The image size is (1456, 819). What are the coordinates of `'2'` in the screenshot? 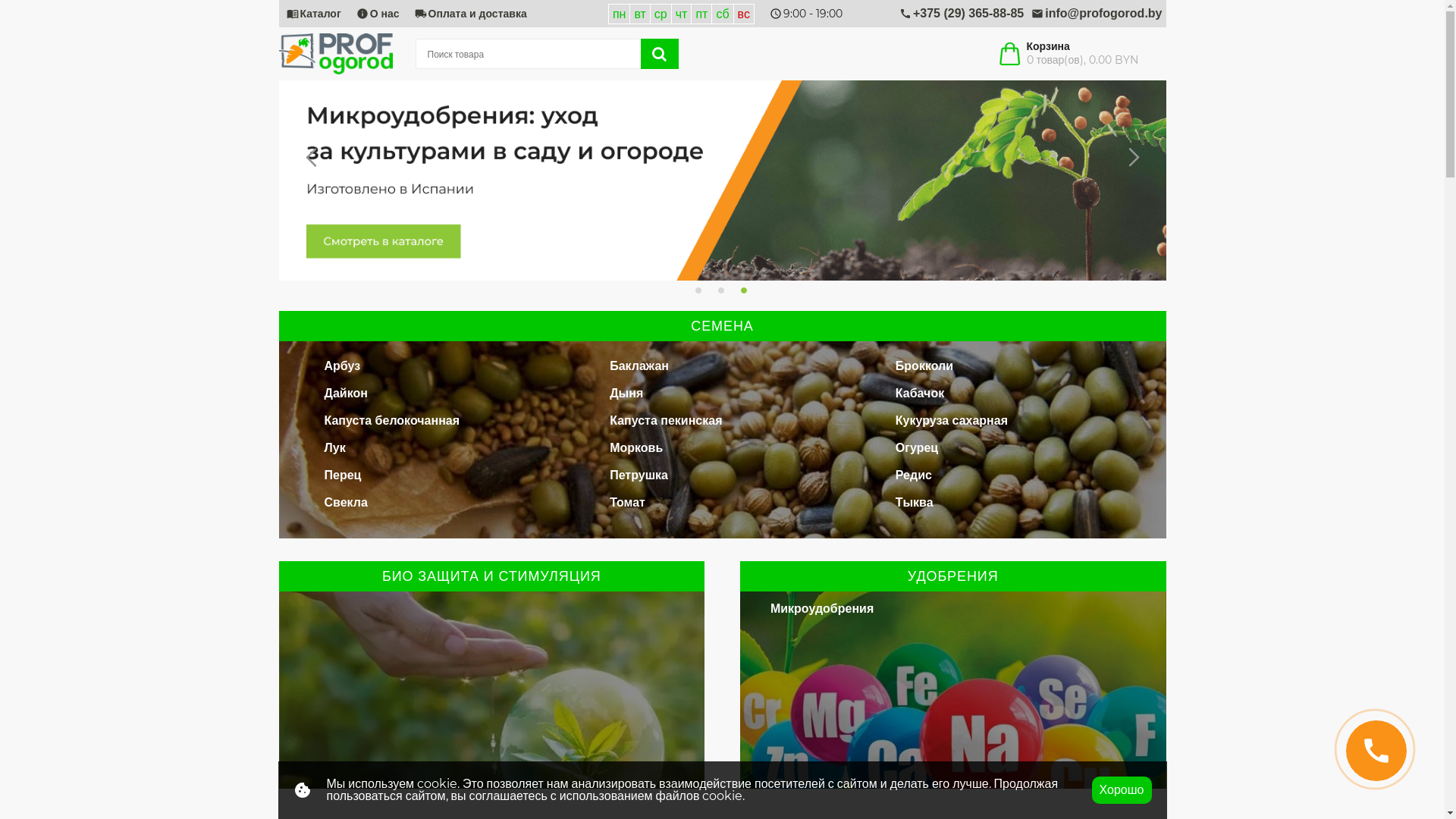 It's located at (720, 292).